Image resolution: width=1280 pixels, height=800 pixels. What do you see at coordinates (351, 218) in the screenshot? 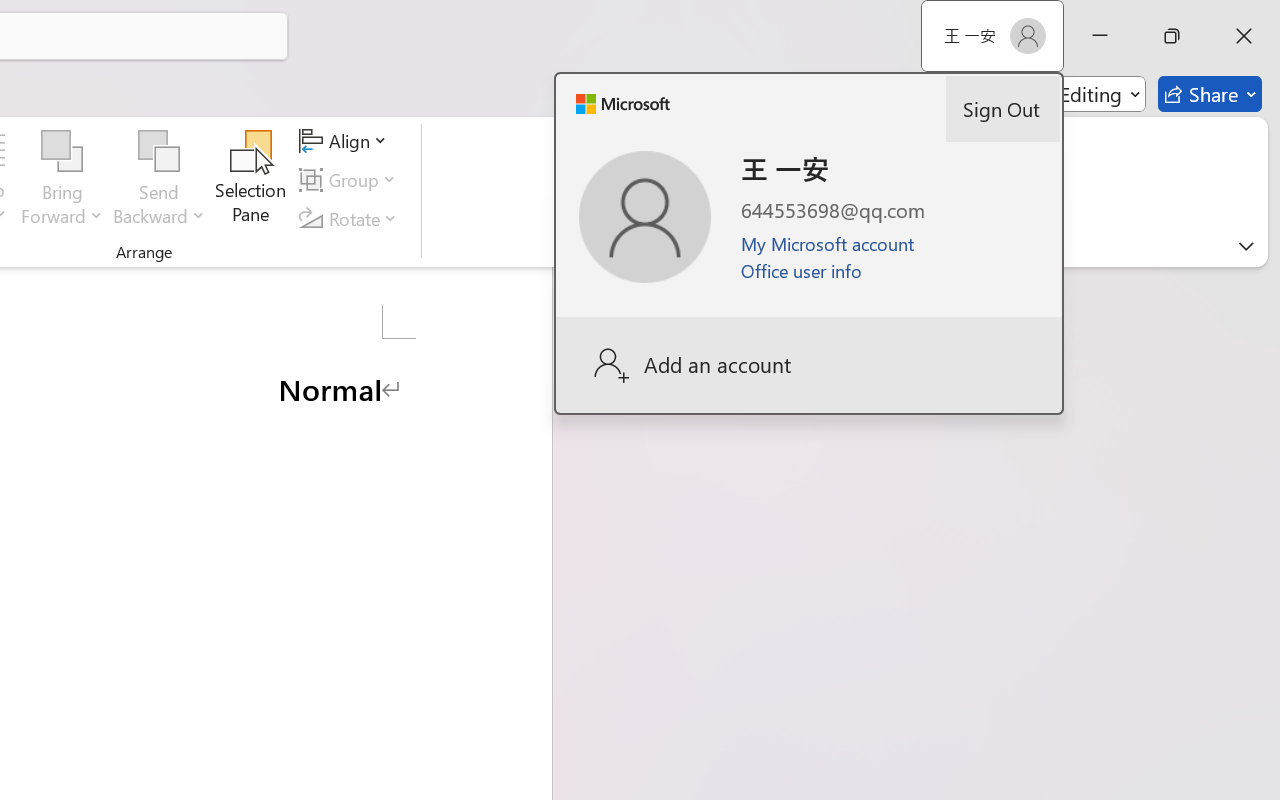
I see `'Rotate'` at bounding box center [351, 218].